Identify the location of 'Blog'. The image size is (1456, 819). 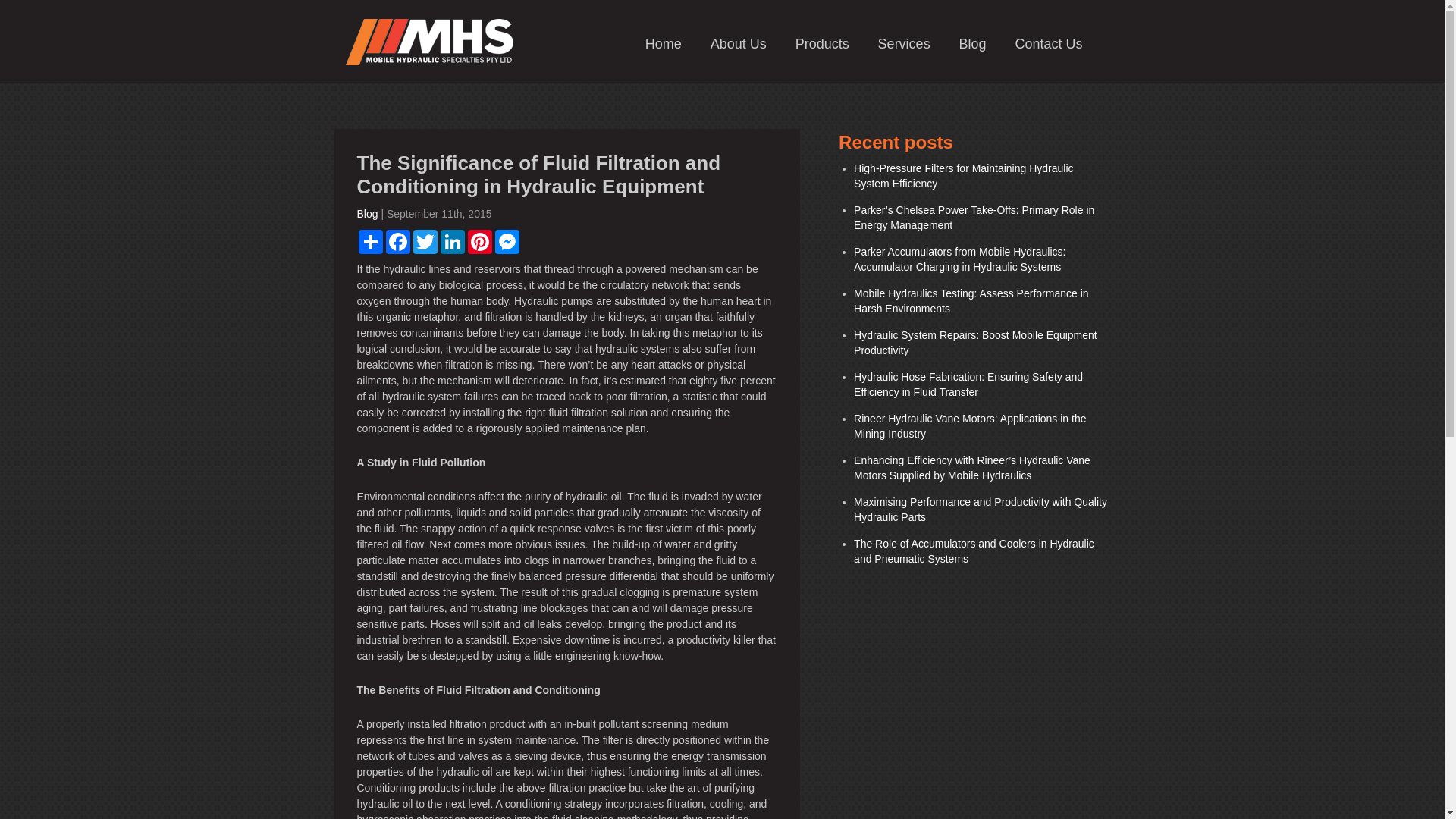
(972, 42).